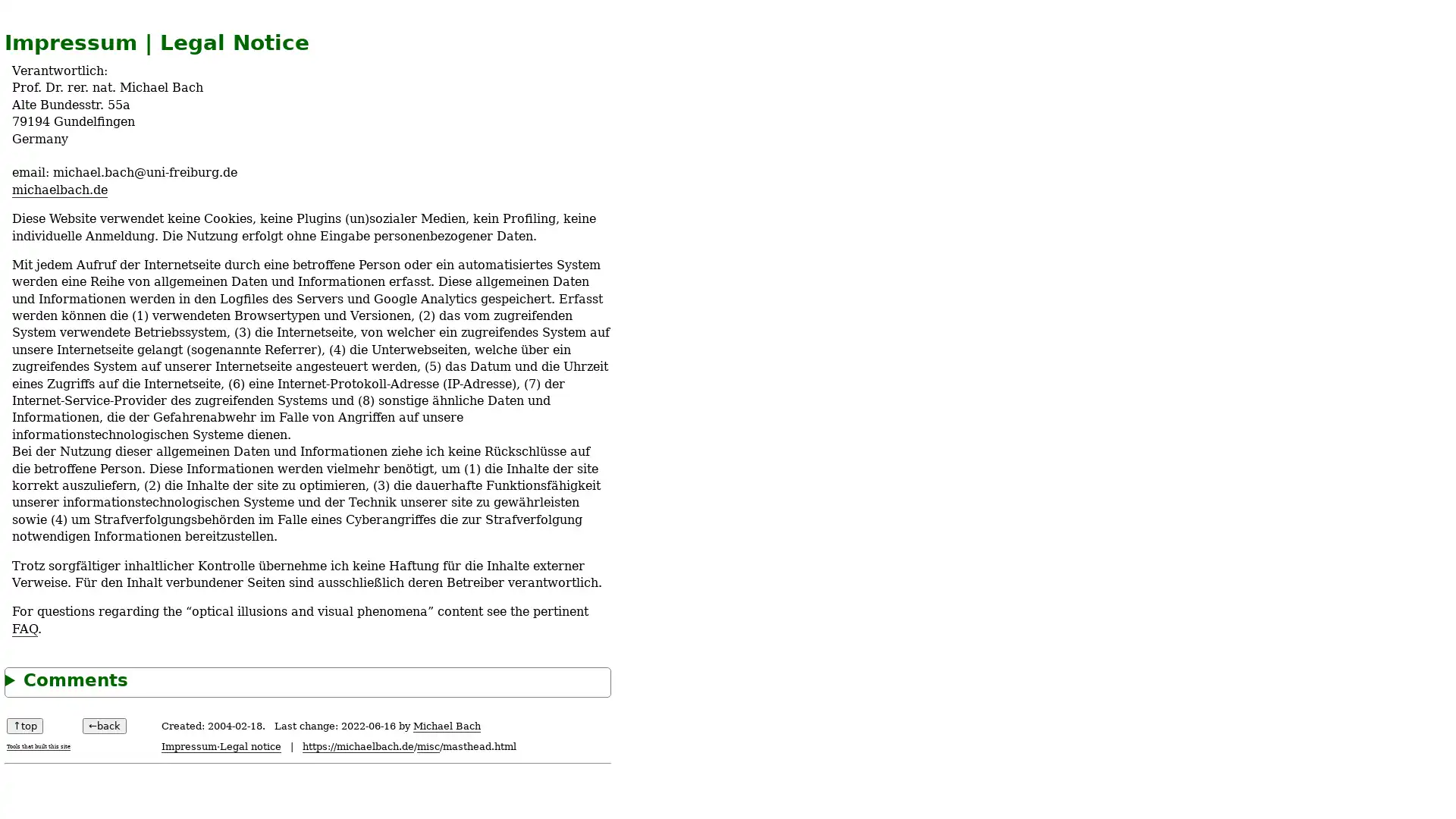  Describe the element at coordinates (25, 725) in the screenshot. I see `top` at that location.